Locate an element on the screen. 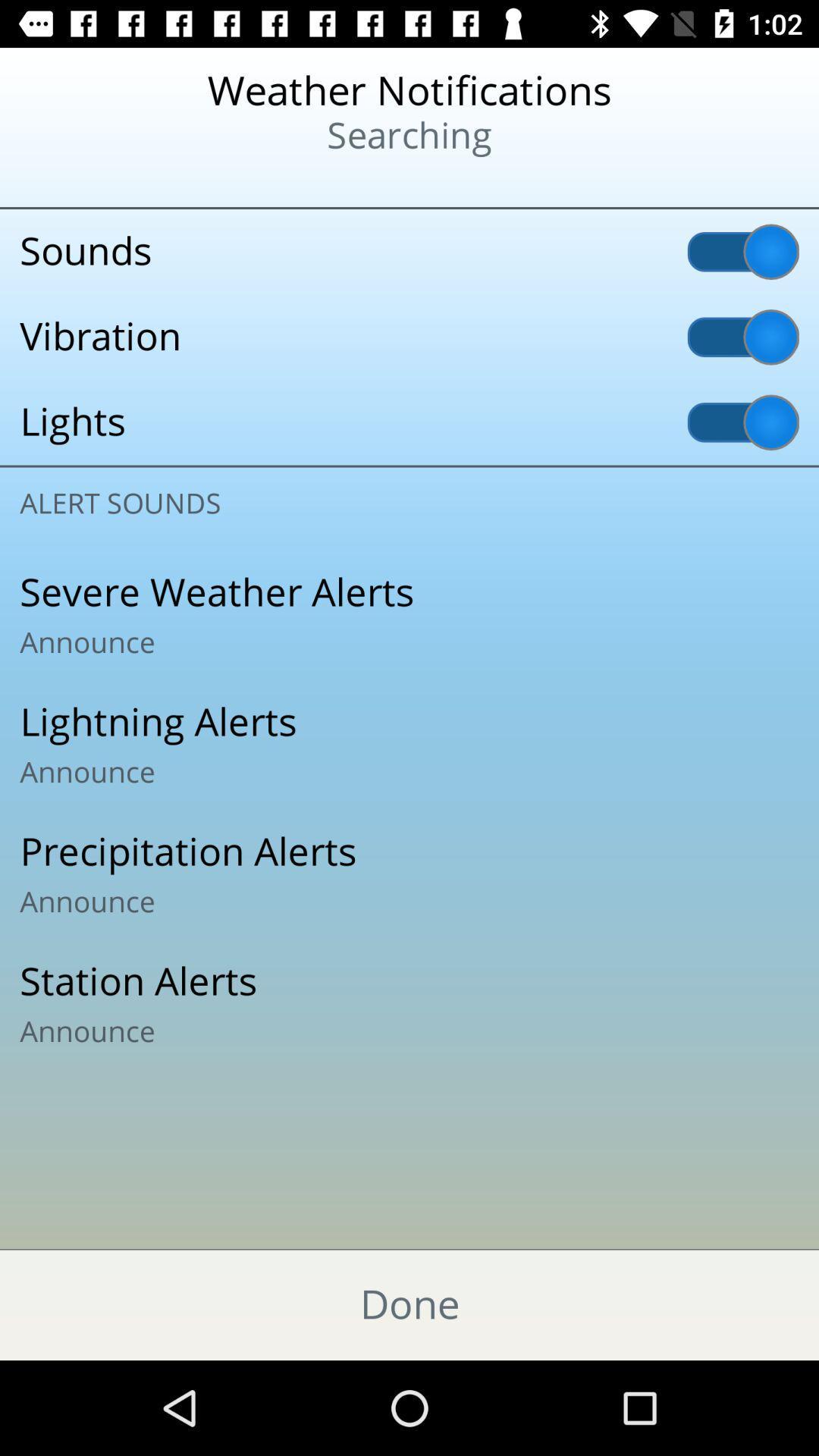  the lights item is located at coordinates (409, 422).